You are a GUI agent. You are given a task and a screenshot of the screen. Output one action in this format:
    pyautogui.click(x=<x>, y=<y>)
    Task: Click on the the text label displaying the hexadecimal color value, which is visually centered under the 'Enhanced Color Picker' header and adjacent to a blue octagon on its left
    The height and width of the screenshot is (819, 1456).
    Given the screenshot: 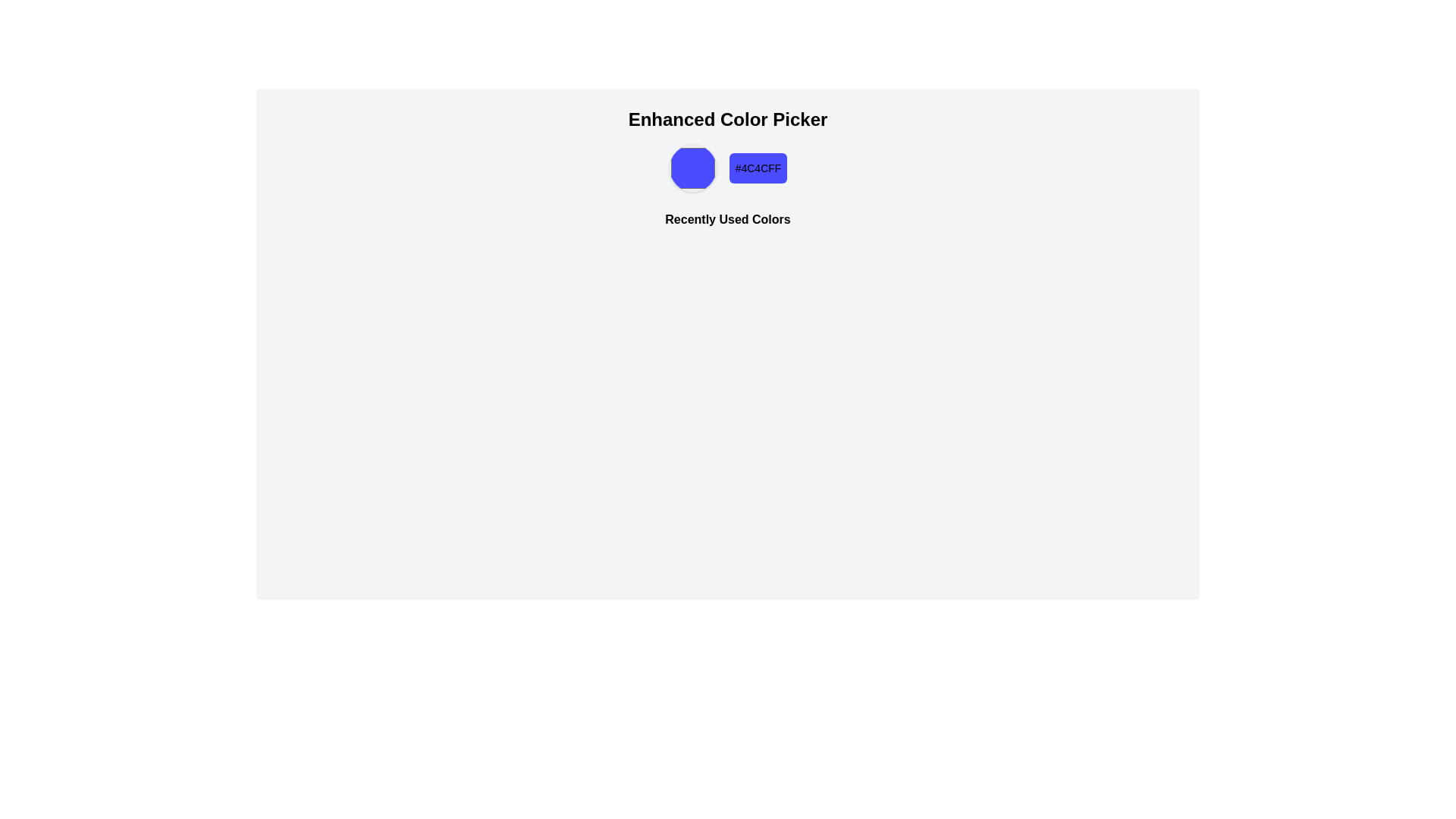 What is the action you would take?
    pyautogui.click(x=758, y=168)
    